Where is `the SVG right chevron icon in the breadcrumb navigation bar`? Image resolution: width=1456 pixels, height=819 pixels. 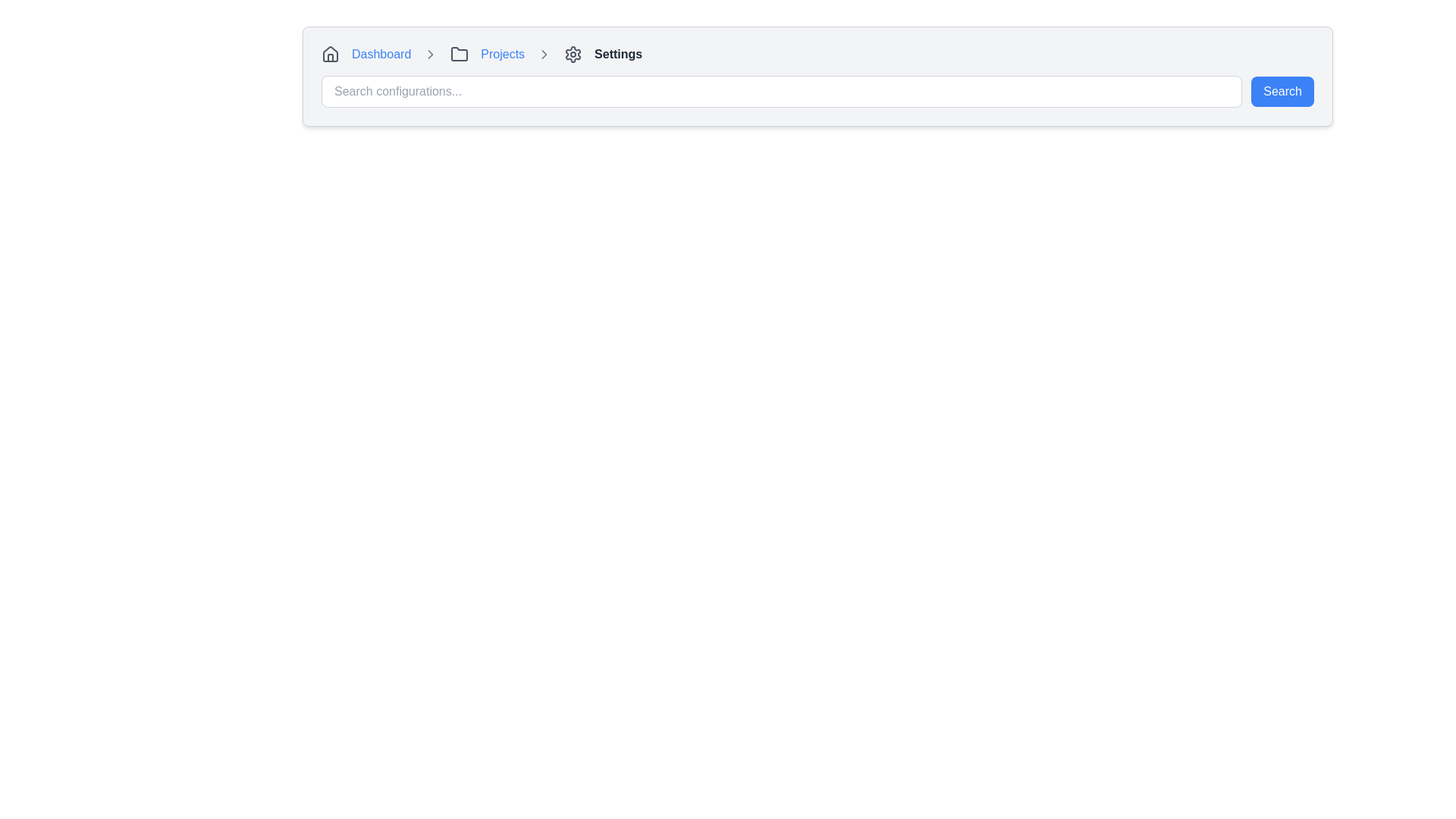 the SVG right chevron icon in the breadcrumb navigation bar is located at coordinates (430, 54).